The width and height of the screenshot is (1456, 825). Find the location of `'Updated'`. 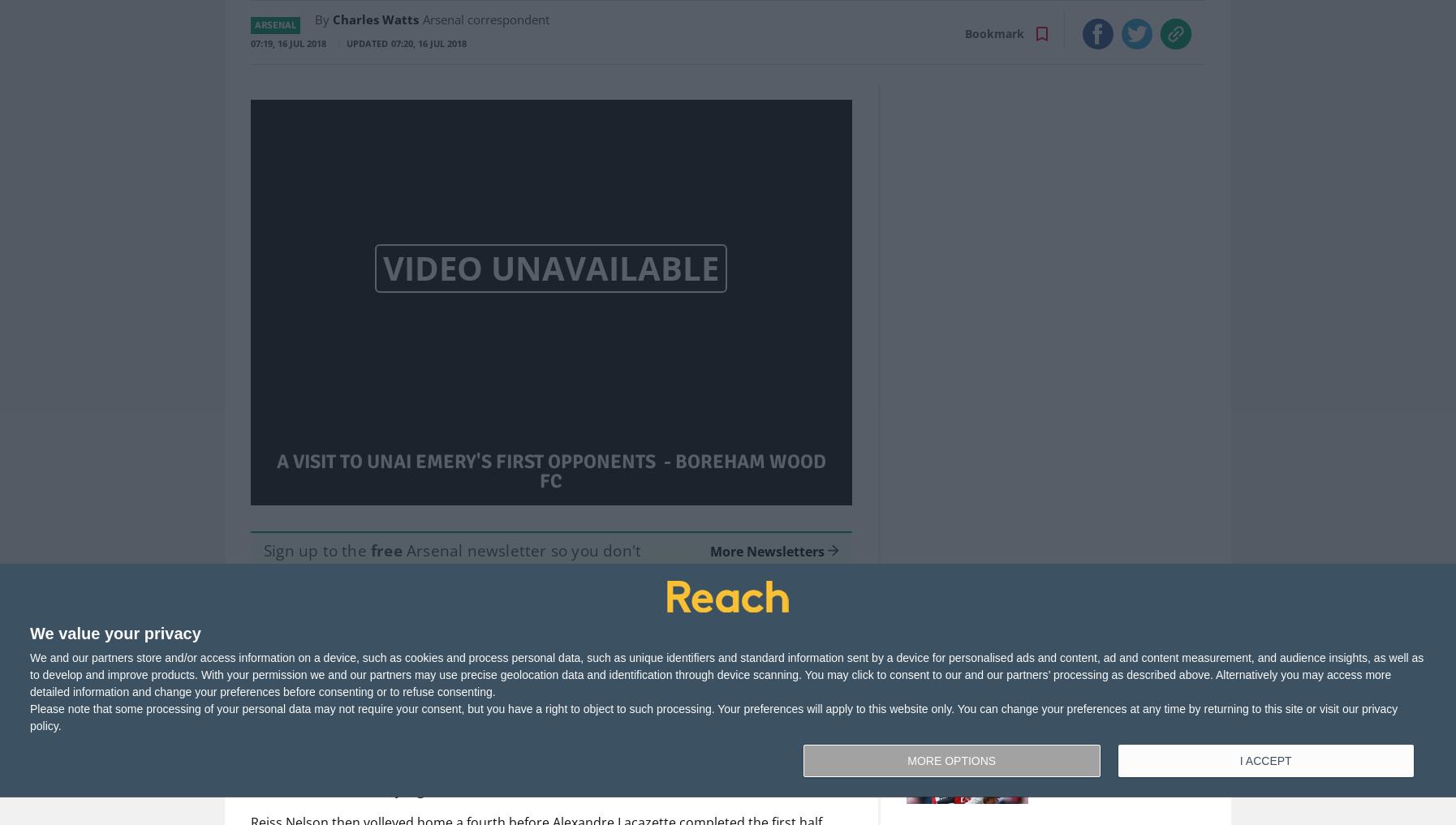

'Updated' is located at coordinates (367, 41).